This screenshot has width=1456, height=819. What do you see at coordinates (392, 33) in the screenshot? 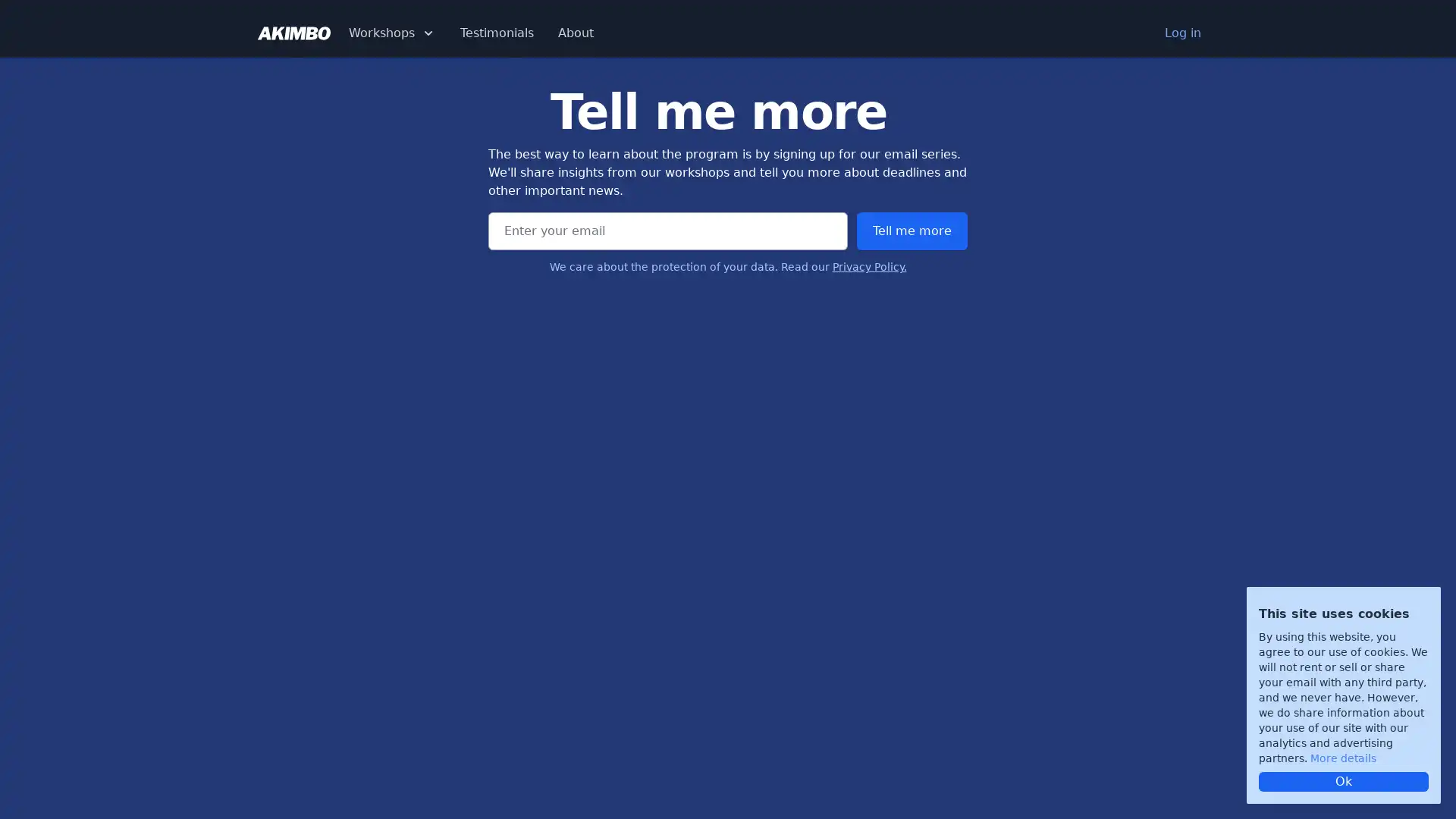
I see `Workshops Dropdown` at bounding box center [392, 33].